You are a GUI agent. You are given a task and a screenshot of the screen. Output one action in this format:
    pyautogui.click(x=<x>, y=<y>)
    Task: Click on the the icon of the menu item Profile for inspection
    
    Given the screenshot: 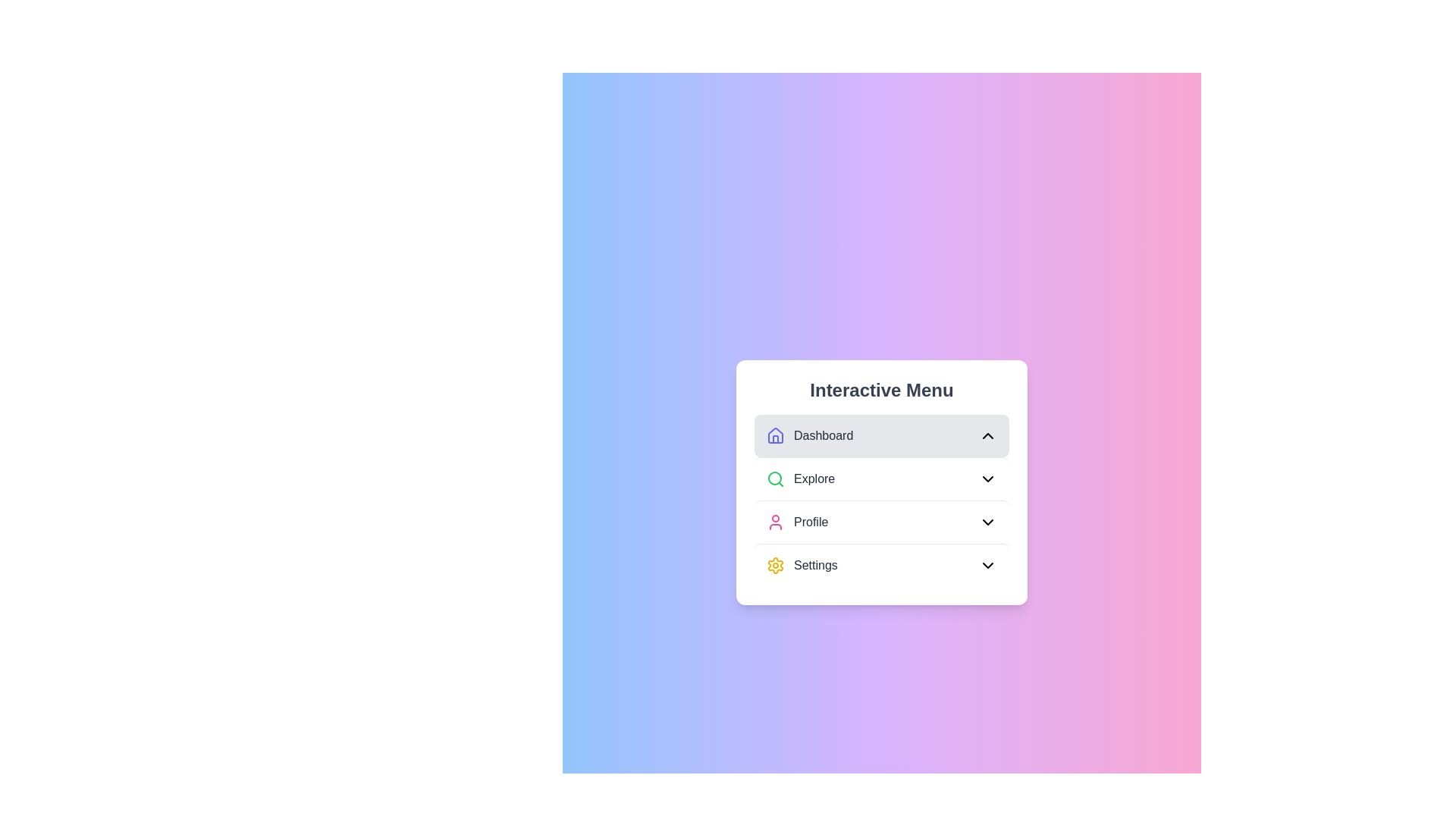 What is the action you would take?
    pyautogui.click(x=775, y=521)
    